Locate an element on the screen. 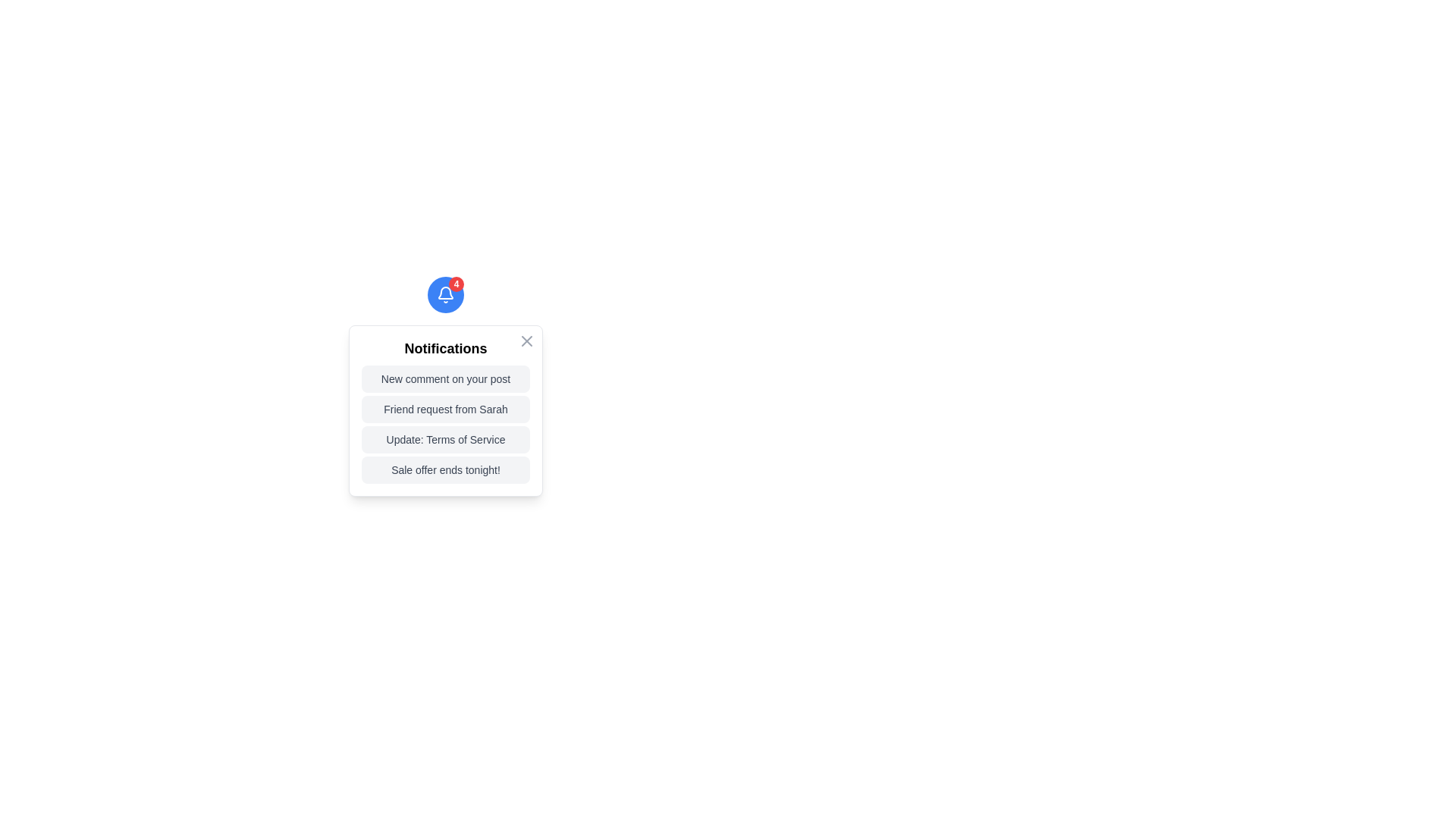  the static text label displaying 'Update: Terms of Service', which is the third notification item in the modal is located at coordinates (445, 439).